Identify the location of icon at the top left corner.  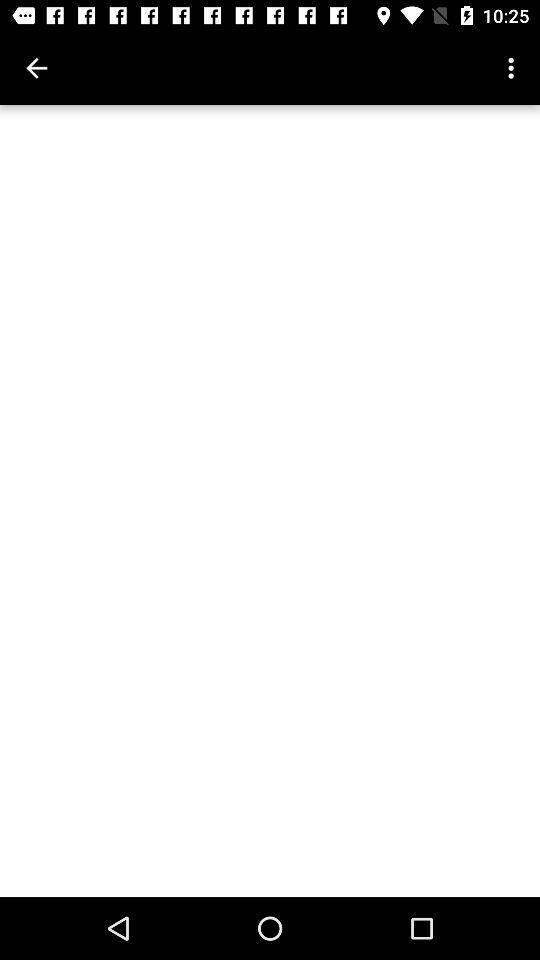
(36, 68).